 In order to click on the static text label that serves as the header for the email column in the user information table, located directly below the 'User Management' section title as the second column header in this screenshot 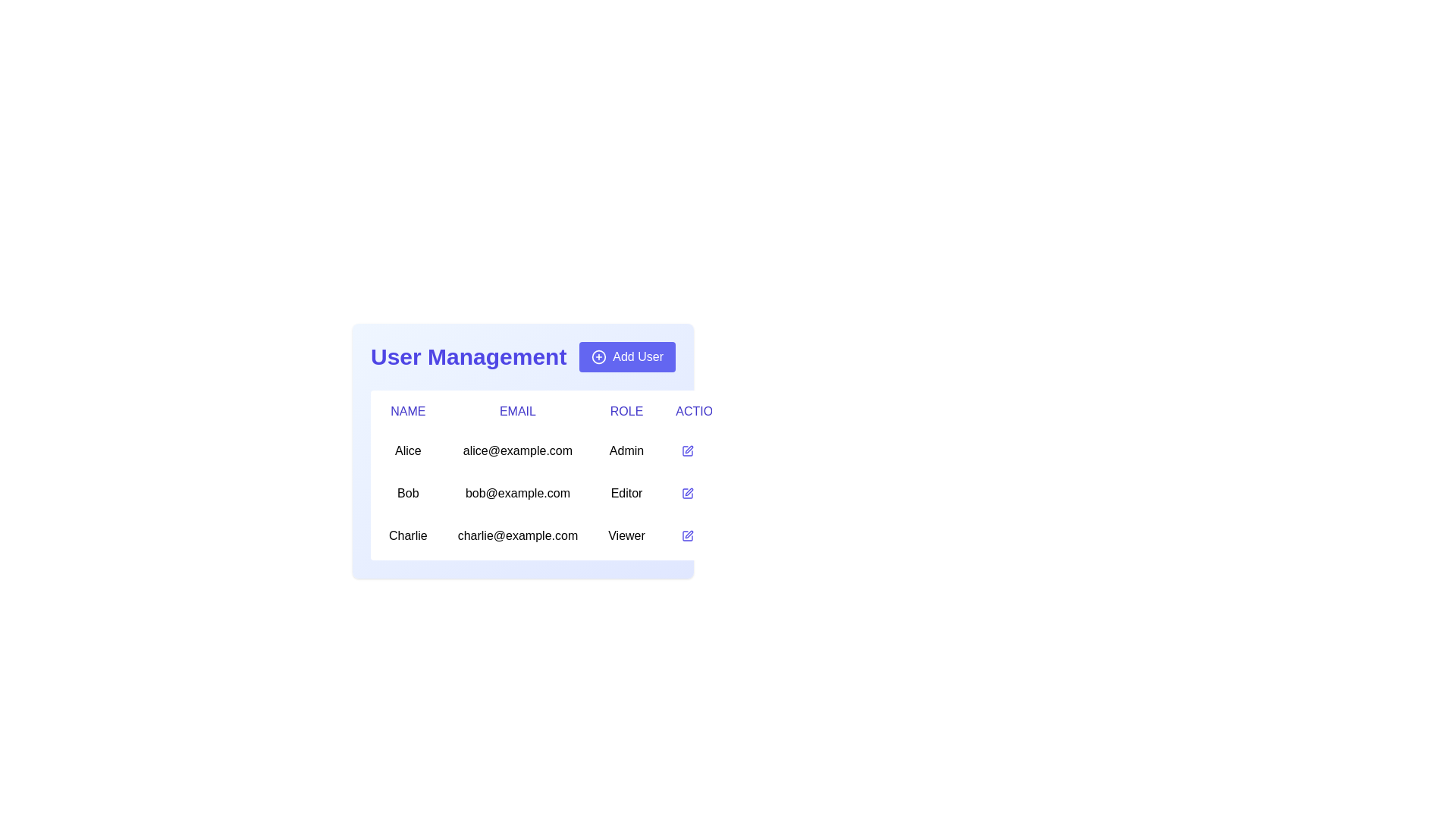, I will do `click(517, 412)`.